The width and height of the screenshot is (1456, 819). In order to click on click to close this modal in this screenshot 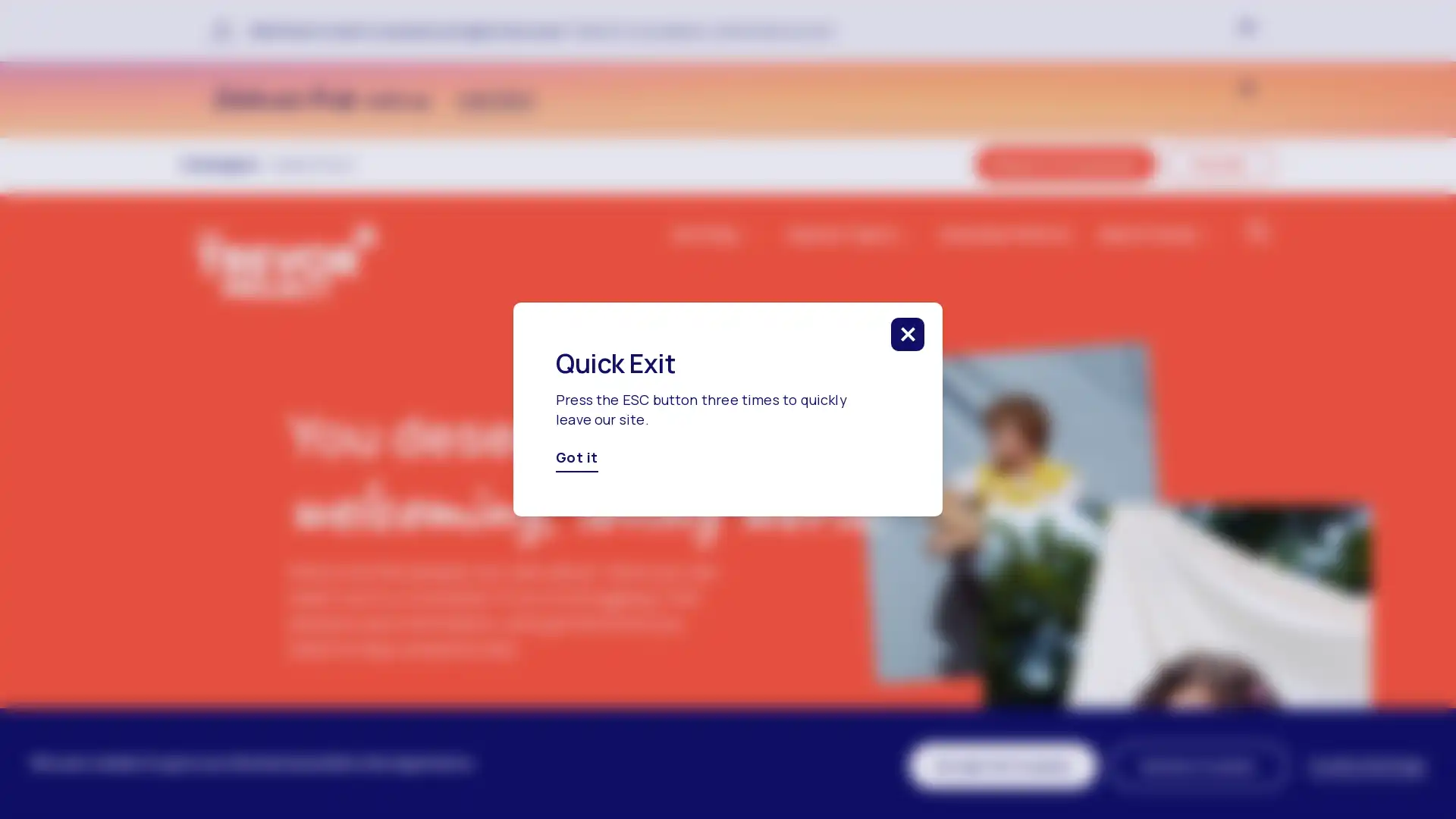, I will do `click(907, 333)`.